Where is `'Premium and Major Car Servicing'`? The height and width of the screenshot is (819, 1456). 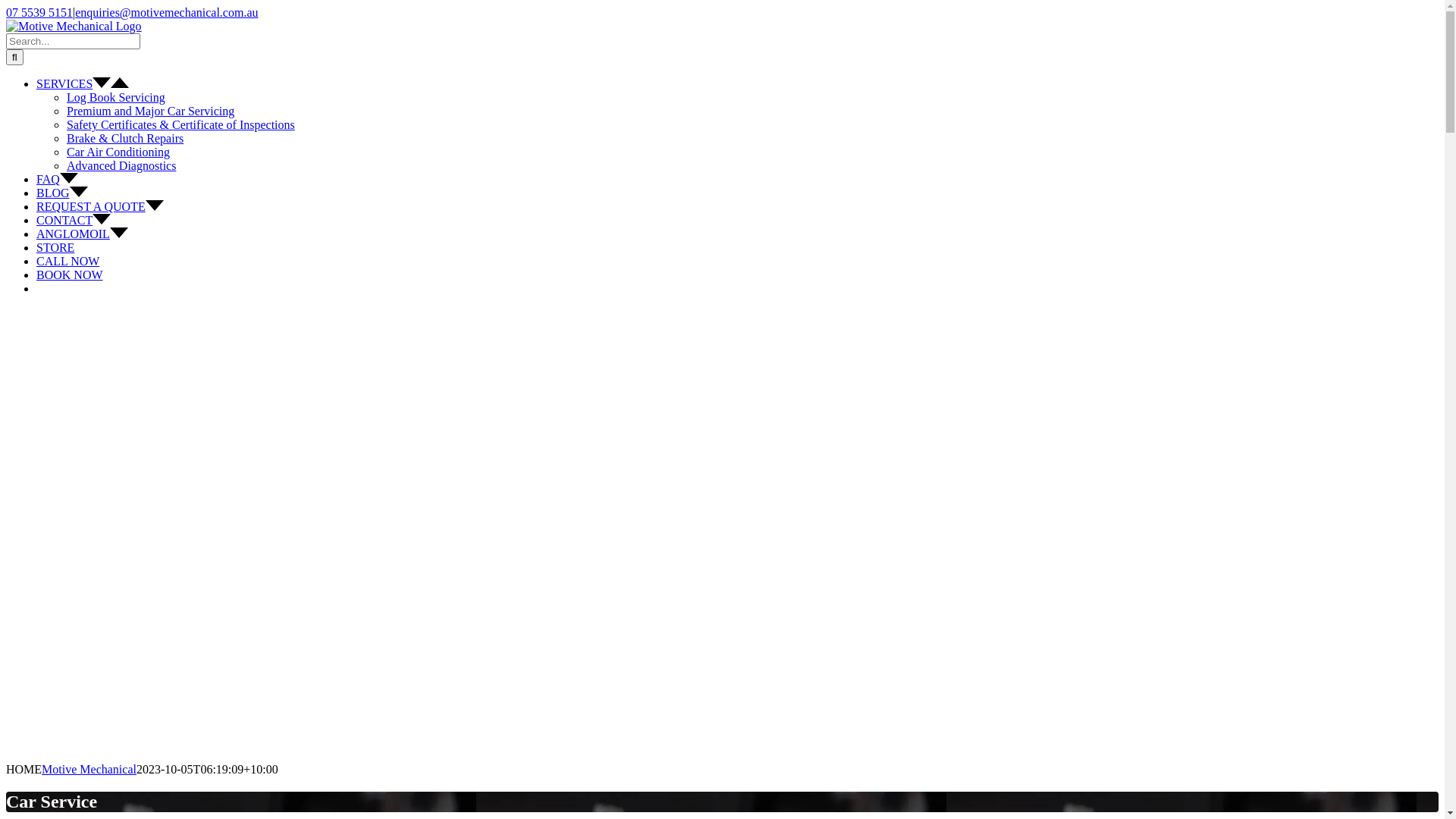 'Premium and Major Car Servicing' is located at coordinates (150, 110).